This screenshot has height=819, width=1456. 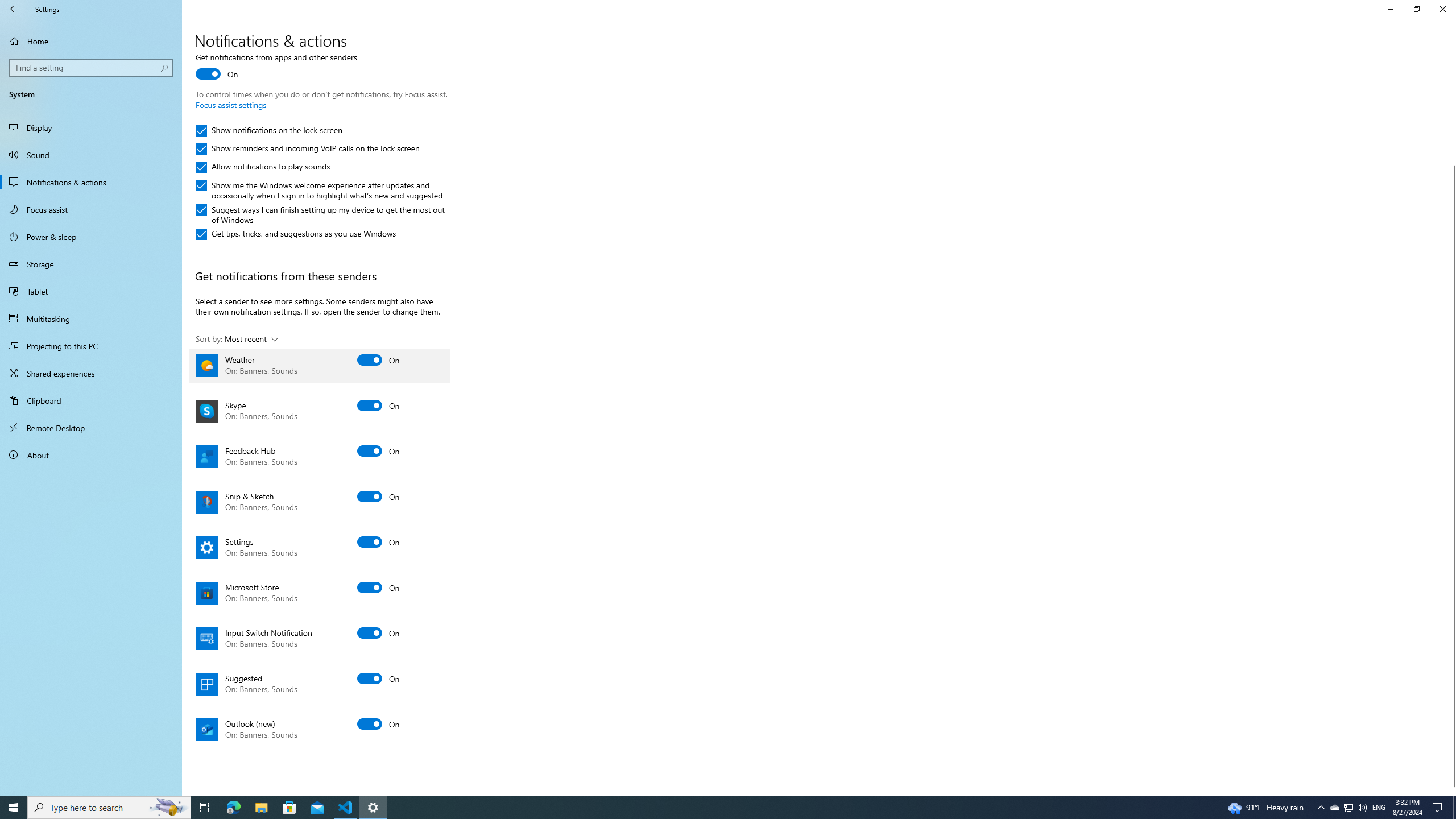 I want to click on 'Projecting to this PC', so click(x=90, y=346).